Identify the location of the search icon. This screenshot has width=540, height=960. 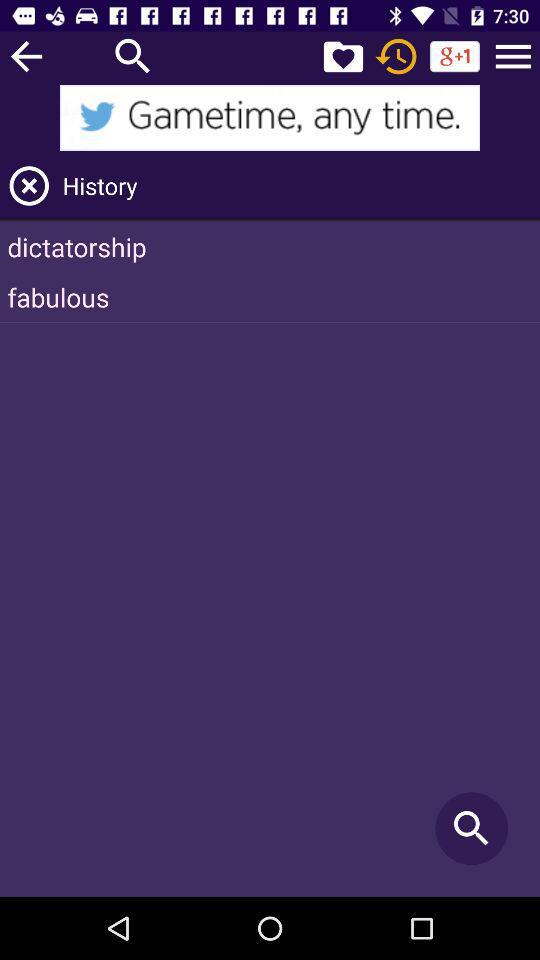
(133, 55).